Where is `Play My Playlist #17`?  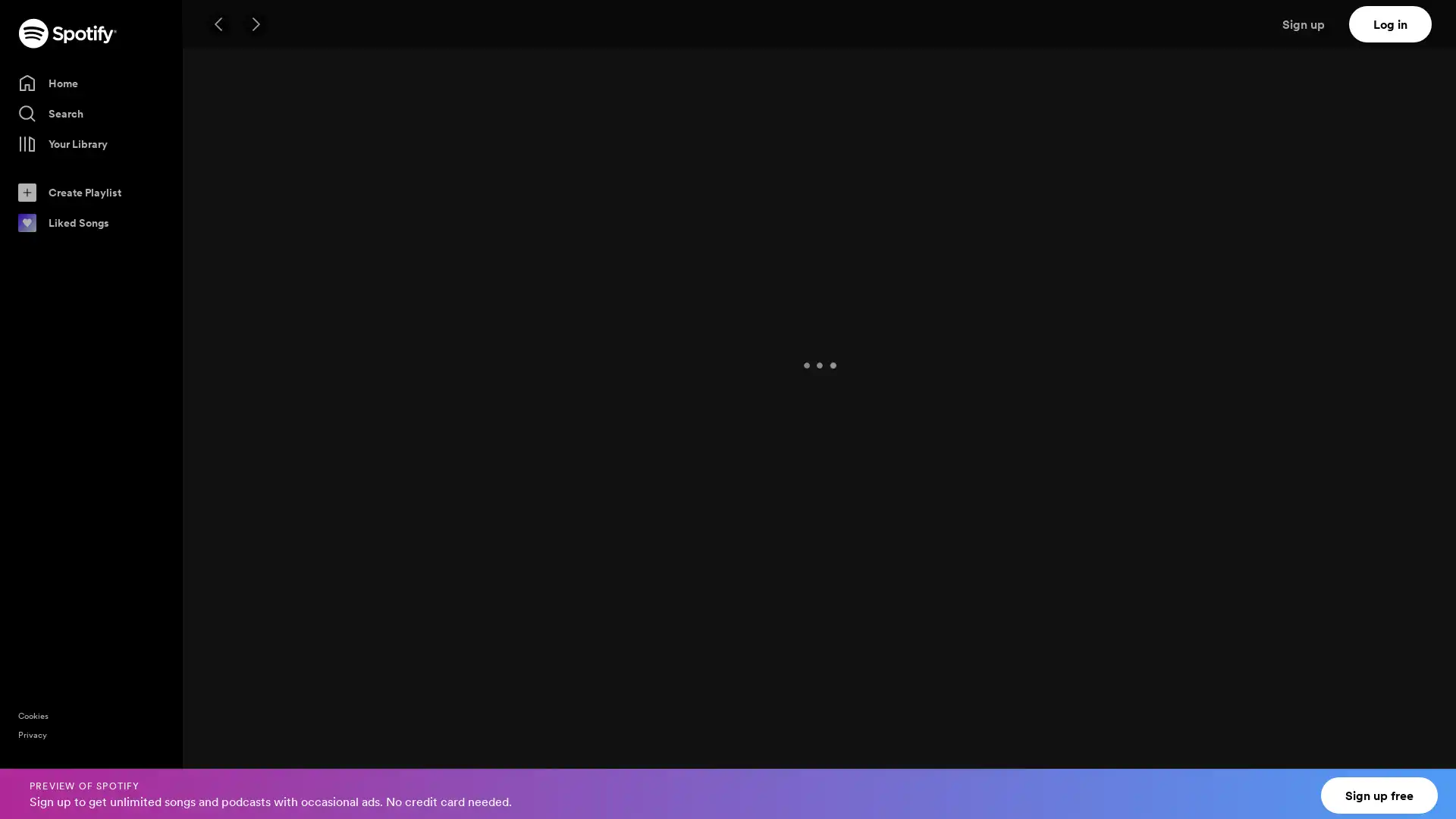 Play My Playlist #17 is located at coordinates (306, 461).